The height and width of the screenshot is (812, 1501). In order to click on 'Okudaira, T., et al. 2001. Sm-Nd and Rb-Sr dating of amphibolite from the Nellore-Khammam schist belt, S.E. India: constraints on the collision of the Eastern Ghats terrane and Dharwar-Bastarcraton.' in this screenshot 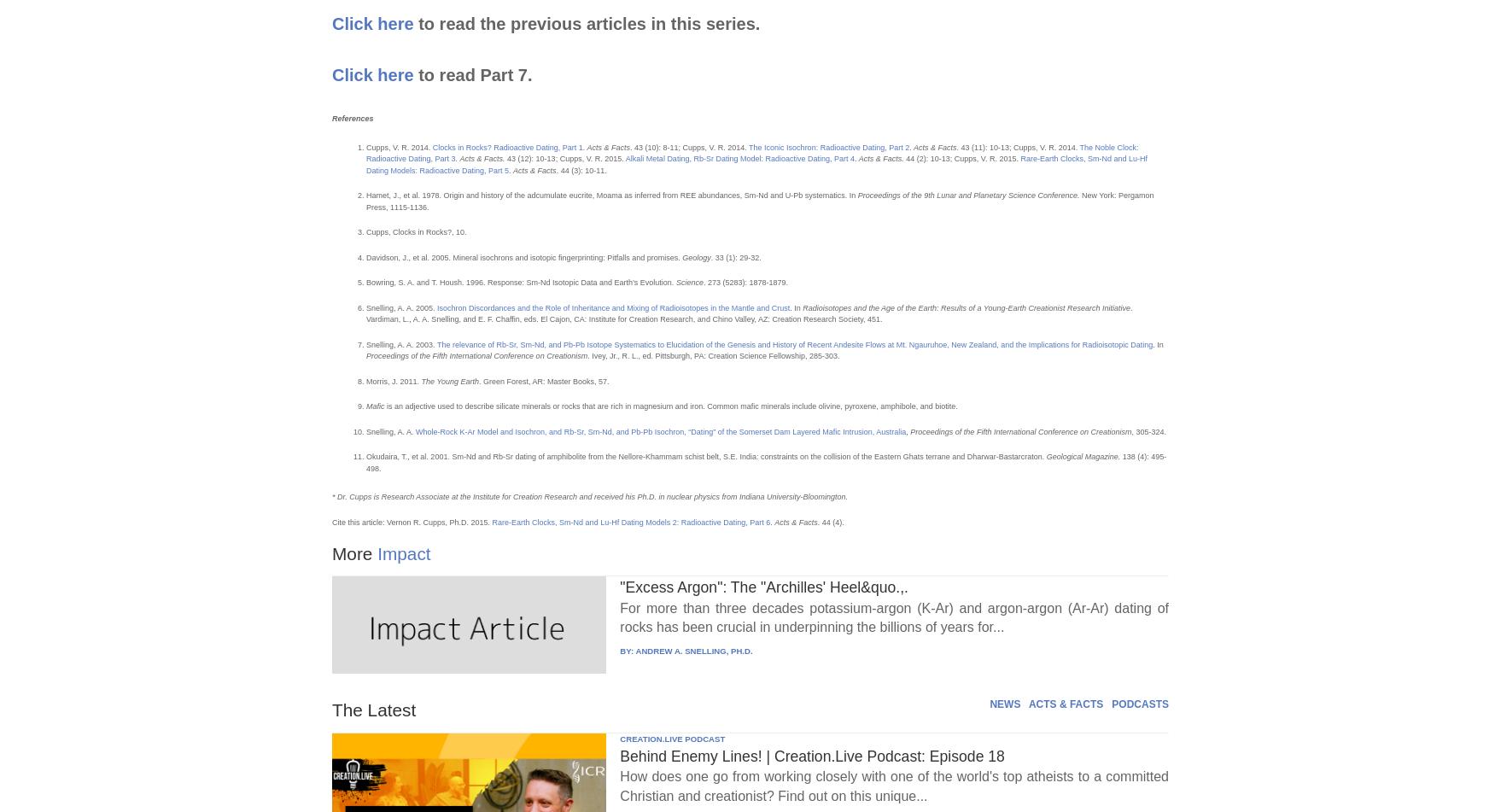, I will do `click(365, 456)`.